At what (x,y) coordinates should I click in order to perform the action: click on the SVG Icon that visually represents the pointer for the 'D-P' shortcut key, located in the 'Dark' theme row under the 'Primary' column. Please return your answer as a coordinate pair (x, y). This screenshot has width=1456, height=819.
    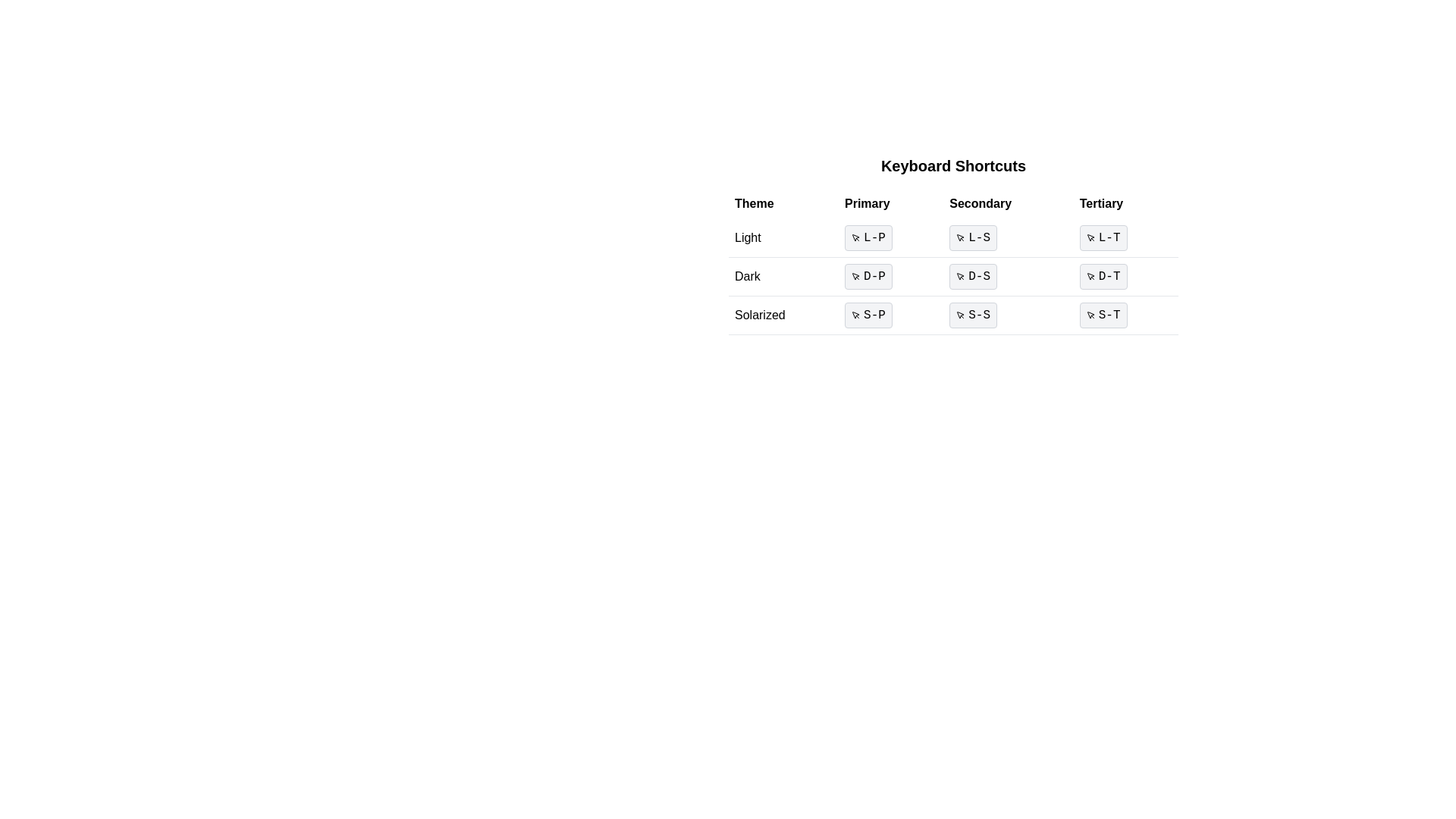
    Looking at the image, I should click on (855, 277).